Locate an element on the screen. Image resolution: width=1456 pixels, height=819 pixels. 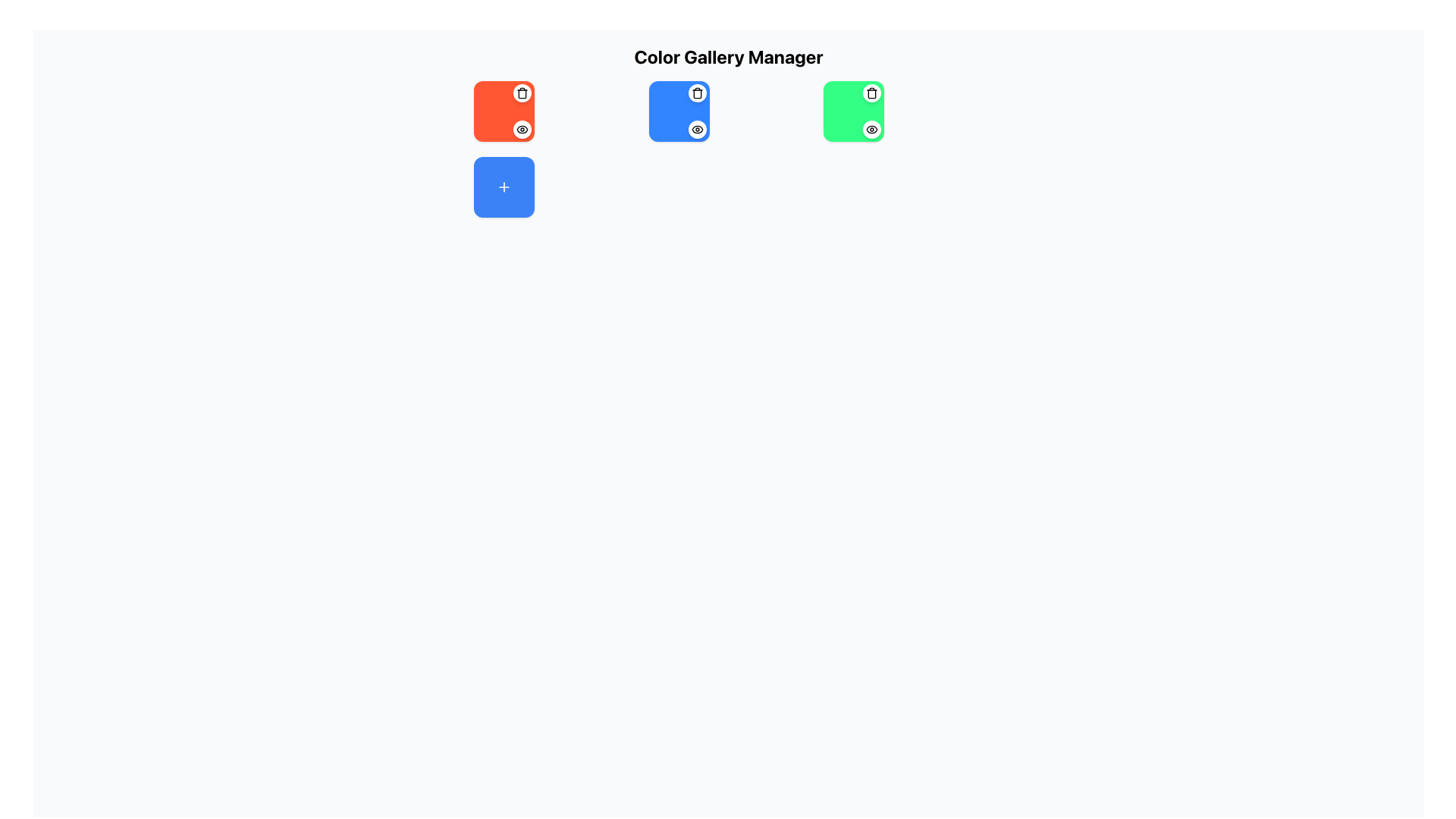
the main heading text display labeled 'Color Gallery Manager', which is prominently styled in a bold black font at the top of the interface is located at coordinates (728, 55).